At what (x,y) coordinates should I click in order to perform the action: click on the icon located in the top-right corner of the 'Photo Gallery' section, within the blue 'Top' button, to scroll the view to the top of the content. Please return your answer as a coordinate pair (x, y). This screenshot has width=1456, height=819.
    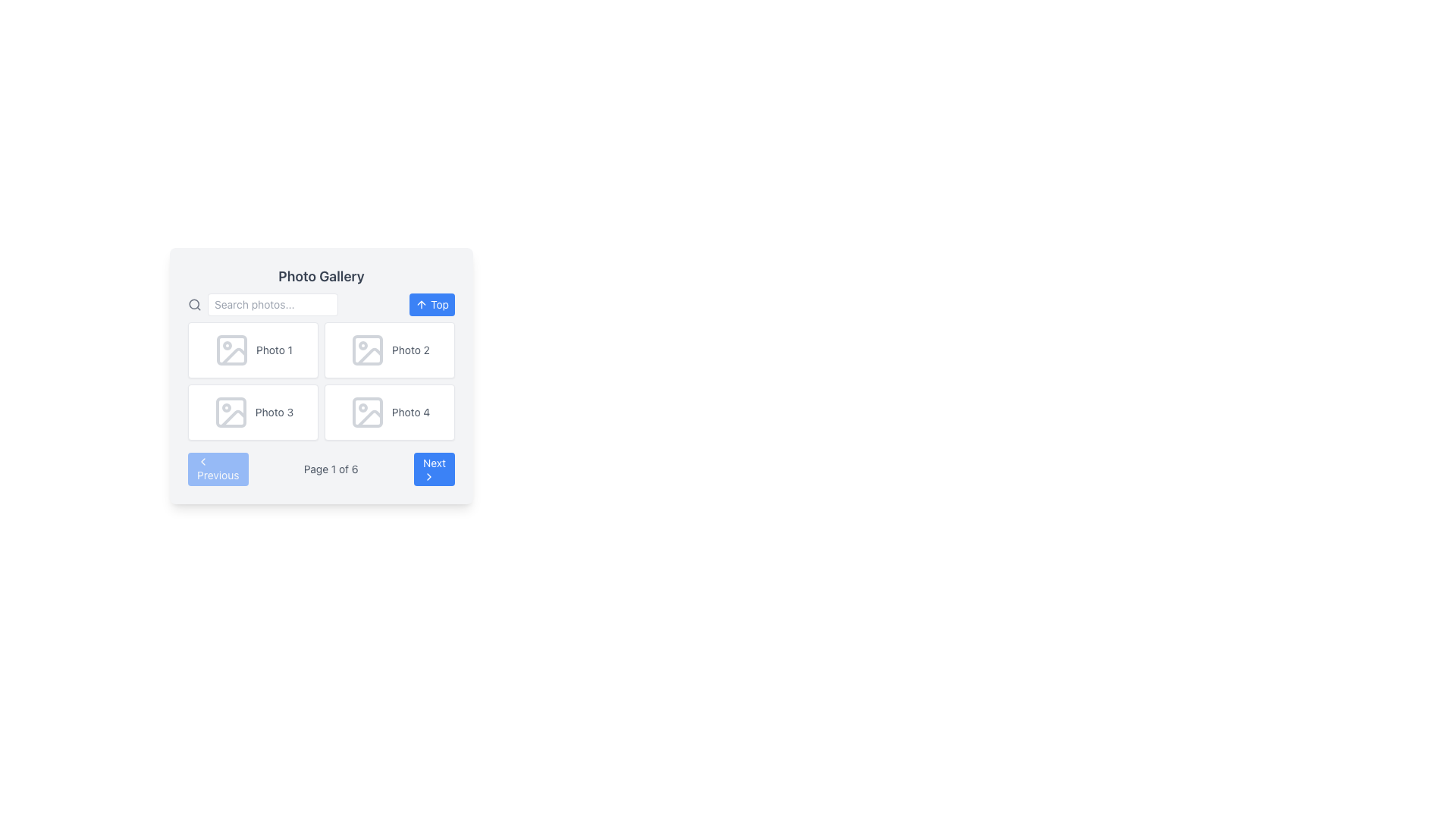
    Looking at the image, I should click on (422, 304).